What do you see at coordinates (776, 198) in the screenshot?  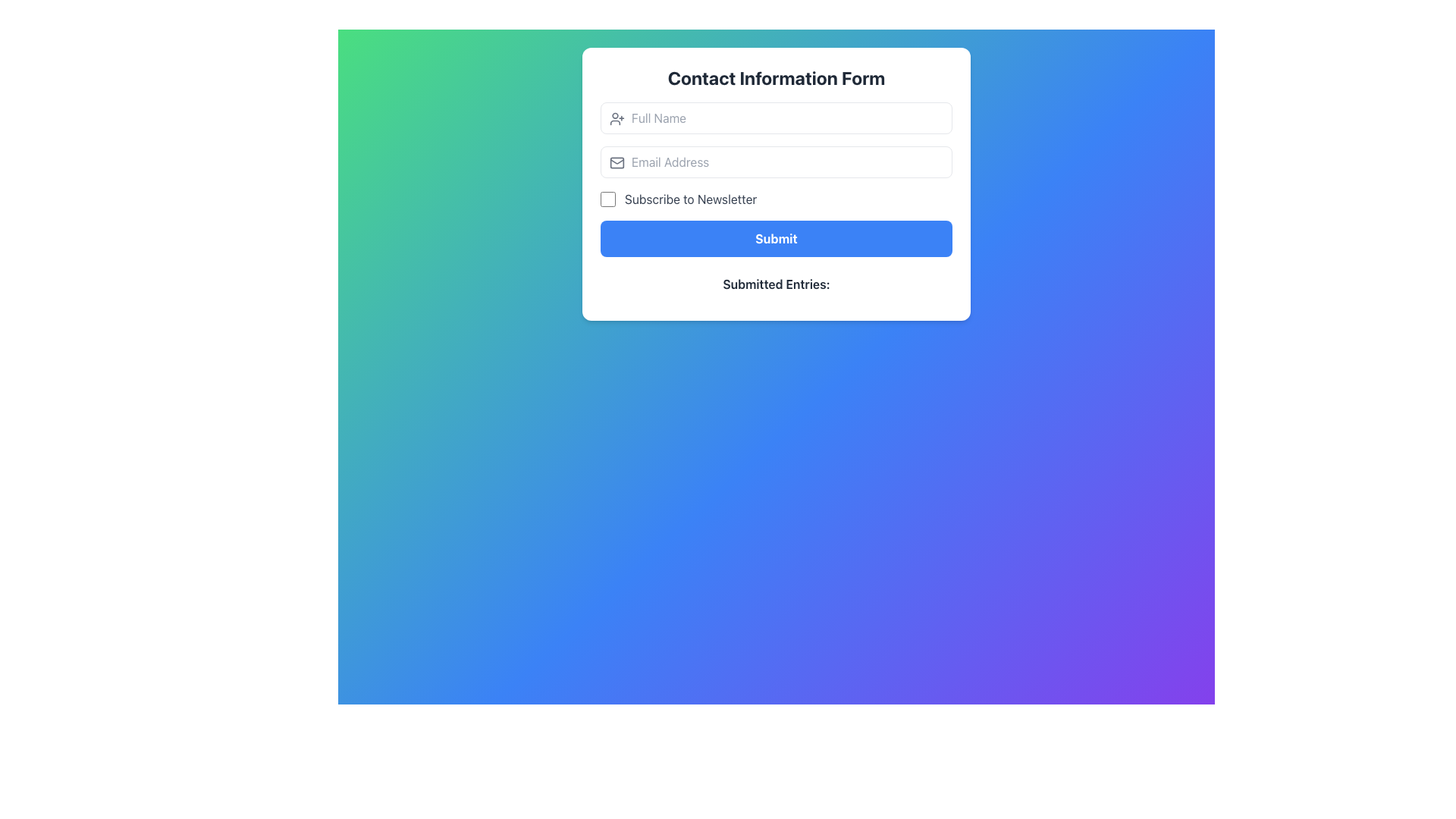 I see `the checkbox for the newsletter subscription, positioned above the blue 'Submit' button` at bounding box center [776, 198].